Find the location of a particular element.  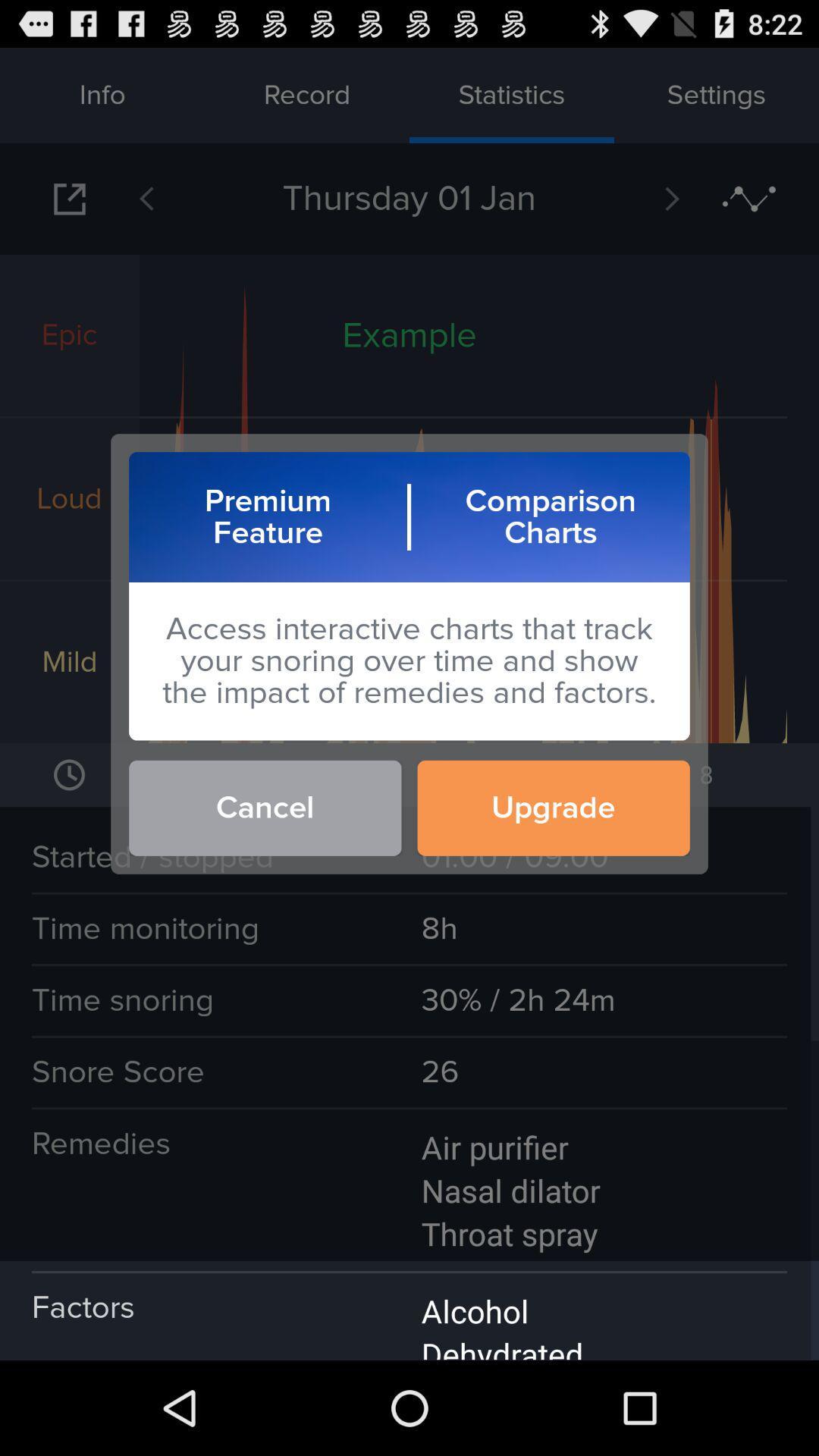

item below access interactive charts app is located at coordinates (554, 807).